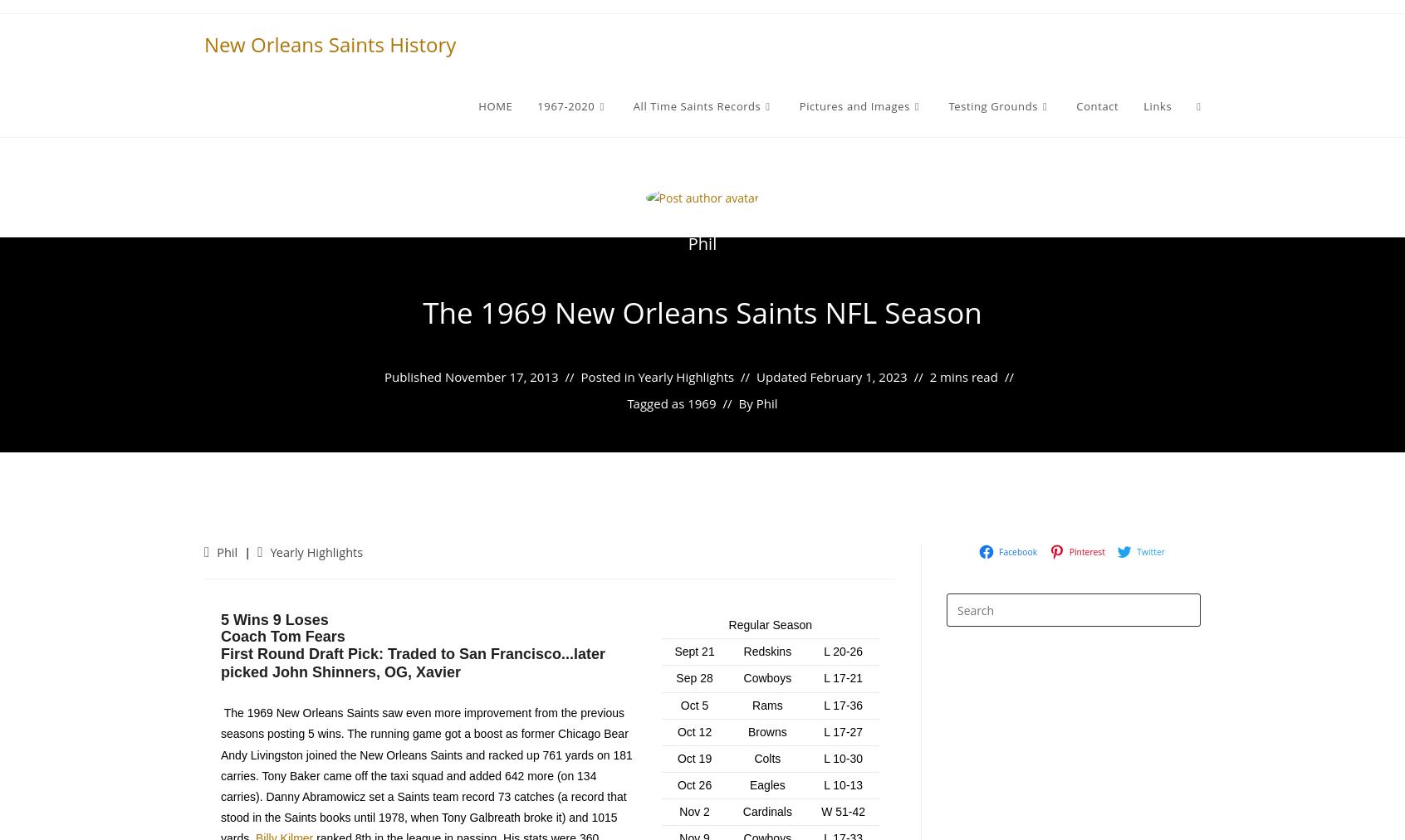 The width and height of the screenshot is (1405, 840). Describe the element at coordinates (767, 730) in the screenshot. I see `'Browns'` at that location.